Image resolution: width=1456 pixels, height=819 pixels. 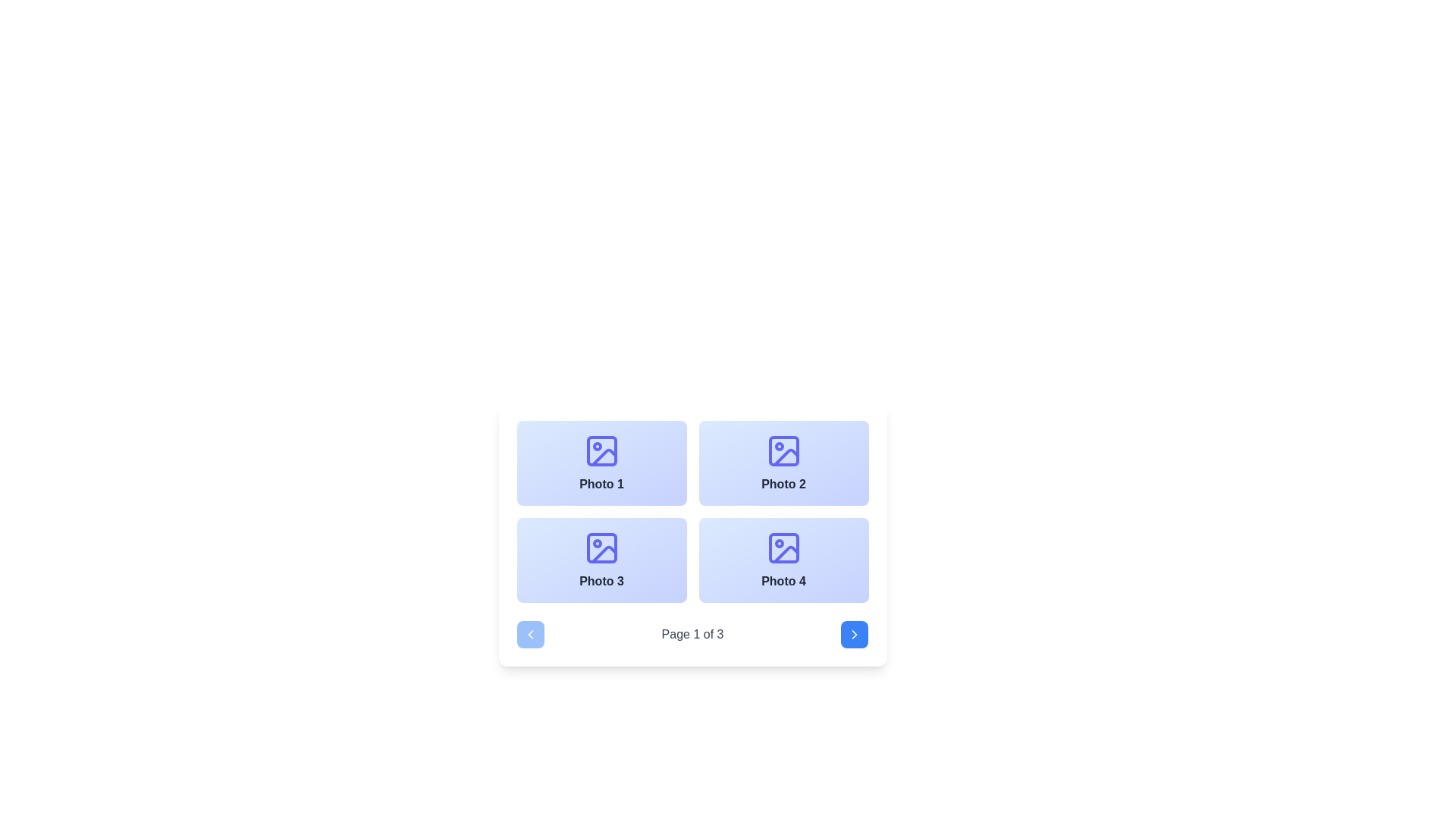 What do you see at coordinates (783, 548) in the screenshot?
I see `the icon with a blue outline representing an image, located in the bottom-right corner of the grid layout for 'Photo 4'` at bounding box center [783, 548].